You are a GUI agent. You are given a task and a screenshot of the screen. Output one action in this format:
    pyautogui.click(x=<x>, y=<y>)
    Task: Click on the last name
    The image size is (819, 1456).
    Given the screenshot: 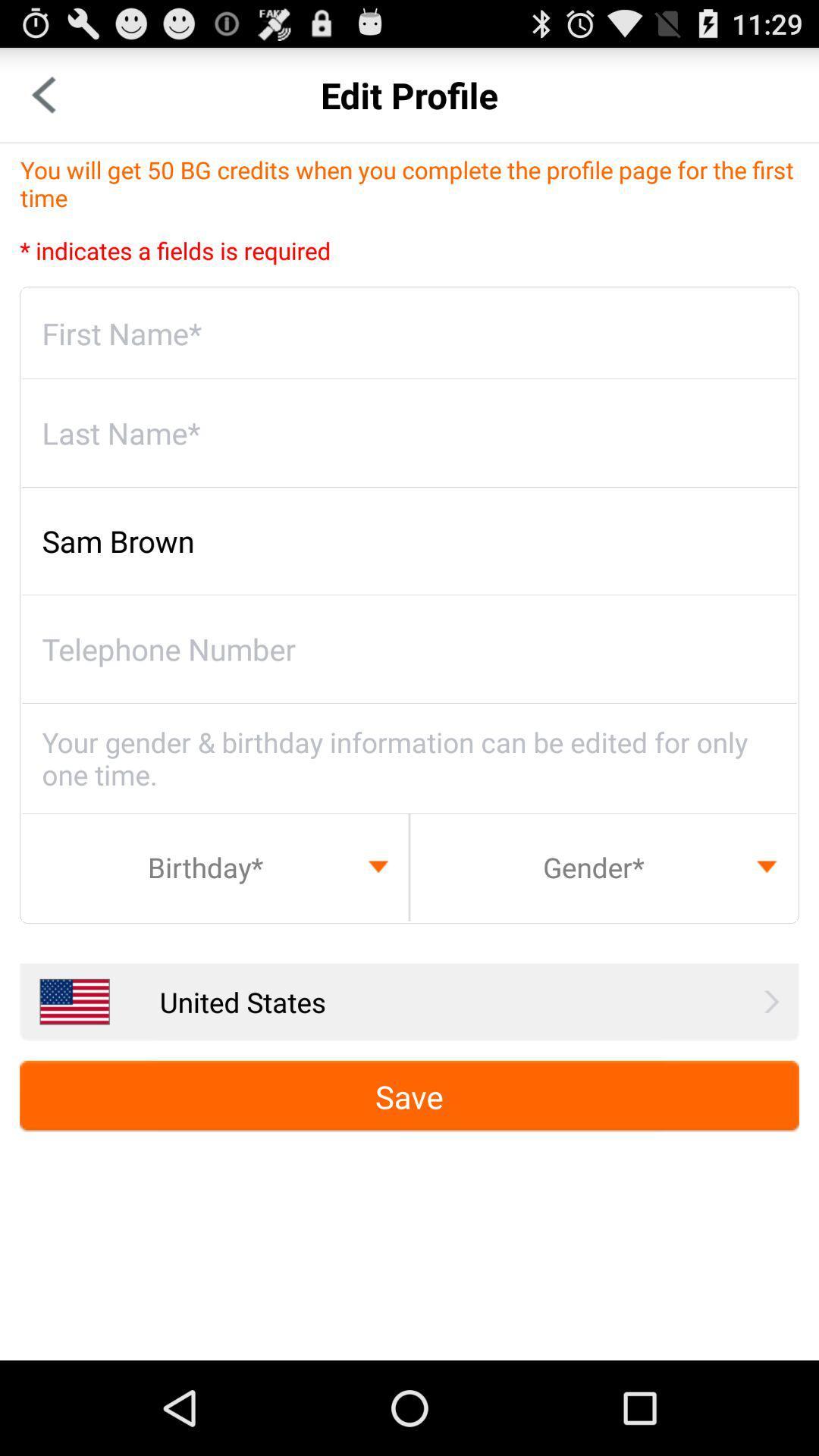 What is the action you would take?
    pyautogui.click(x=409, y=432)
    